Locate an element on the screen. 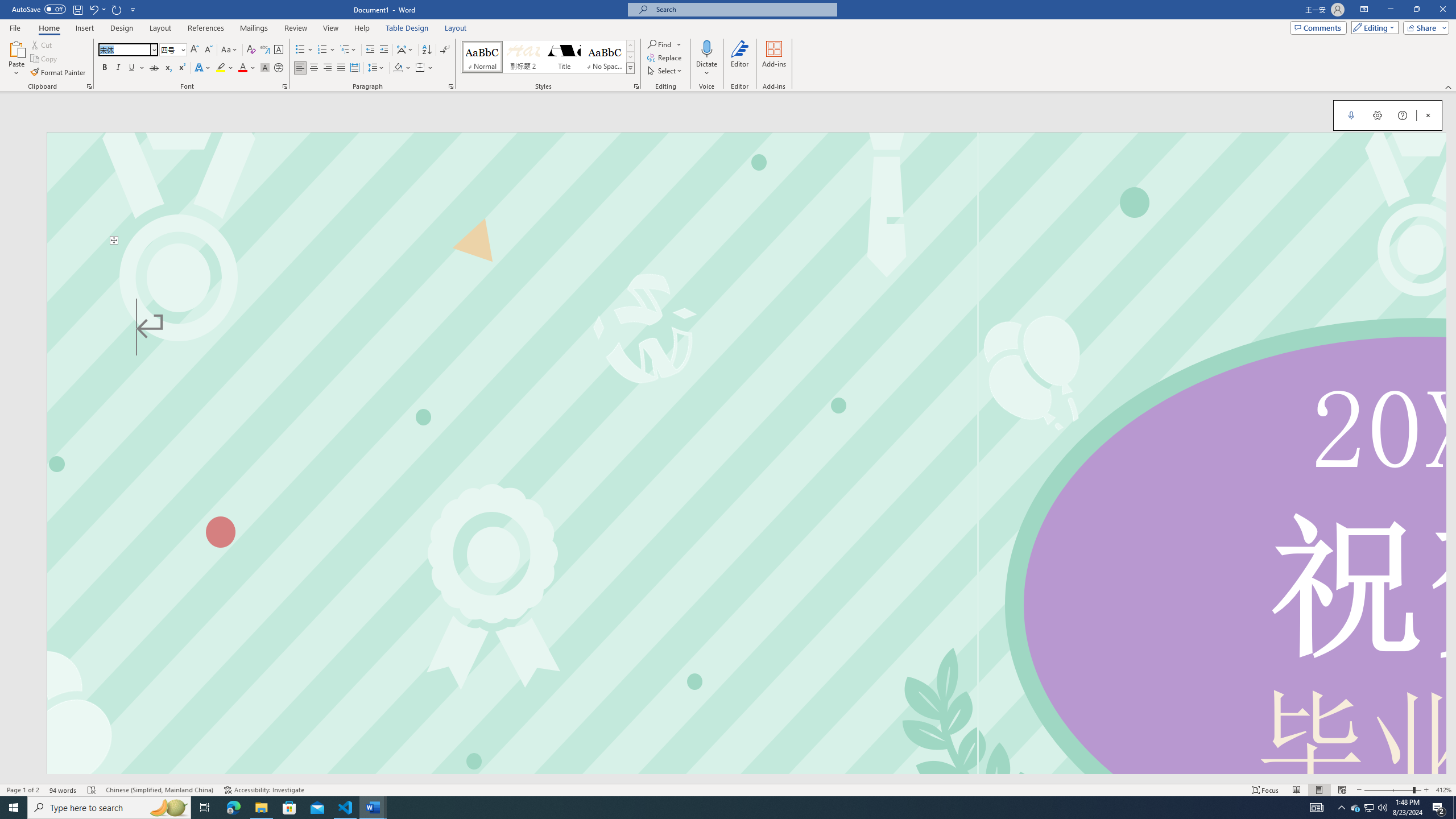 The height and width of the screenshot is (819, 1456). 'Dictation Settings' is located at coordinates (1377, 115).